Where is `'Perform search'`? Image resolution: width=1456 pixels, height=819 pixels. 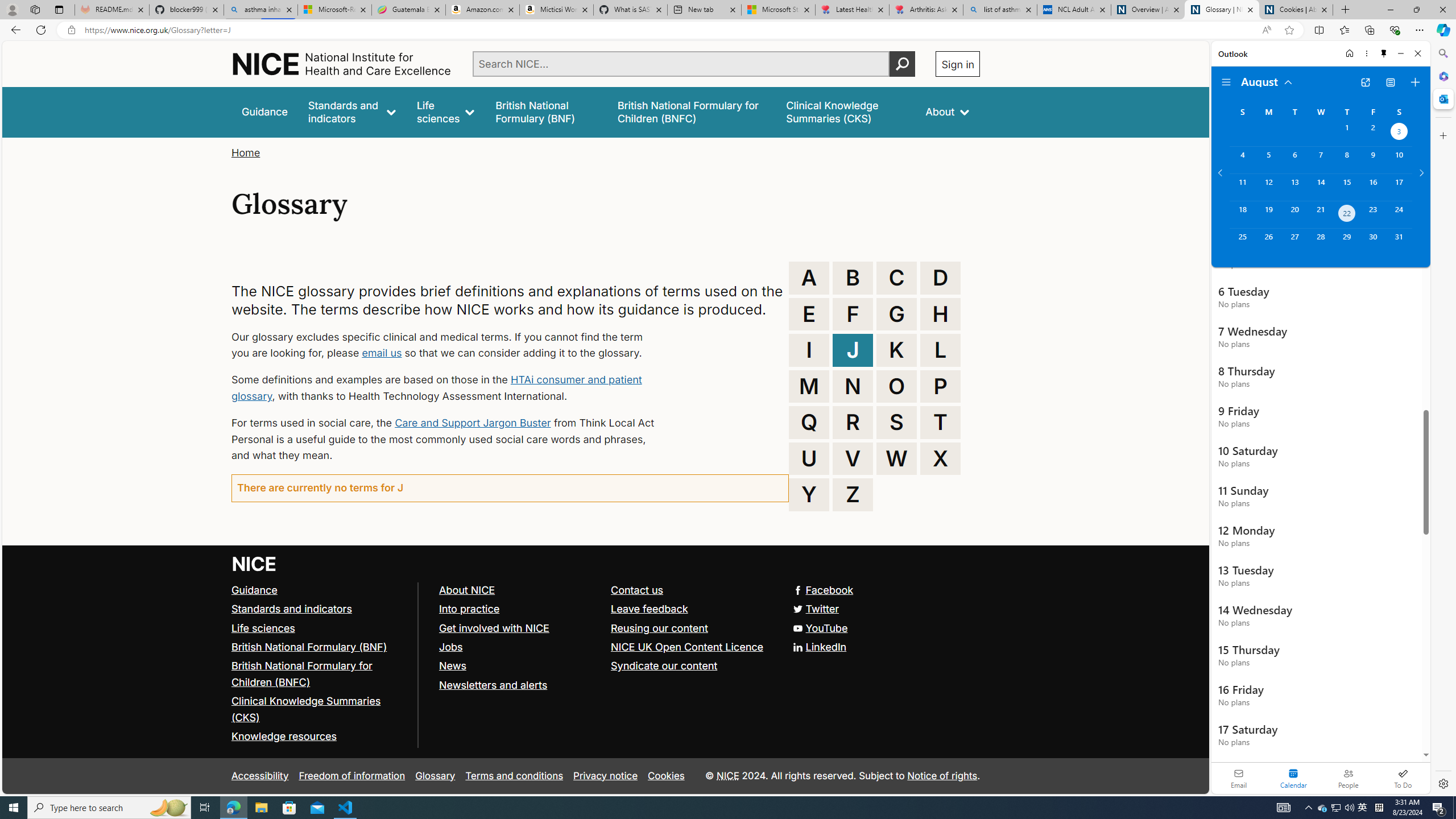
'Perform search' is located at coordinates (902, 63).